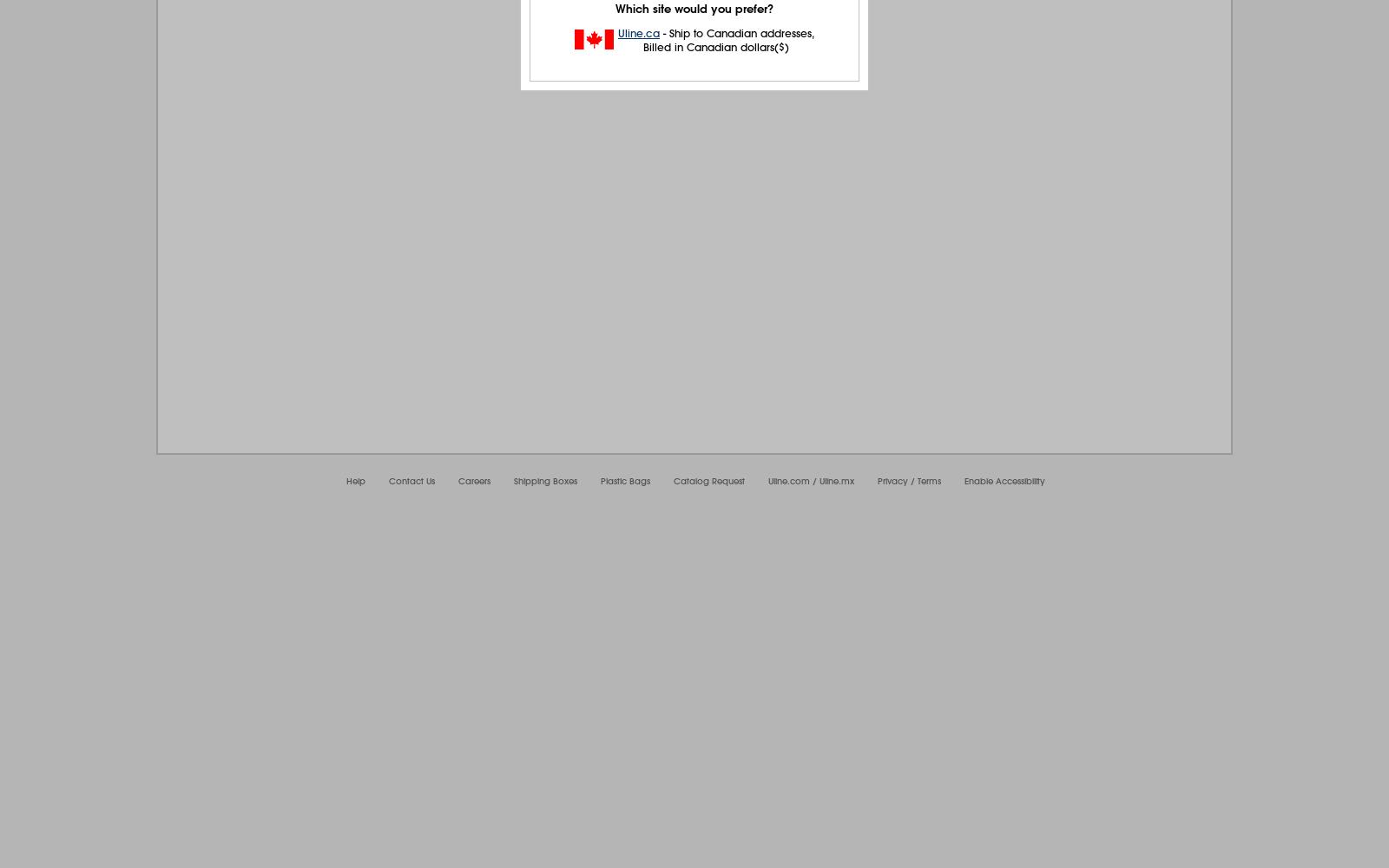 This screenshot has height=868, width=1389. I want to click on 'Enable Accessibility', so click(1004, 481).